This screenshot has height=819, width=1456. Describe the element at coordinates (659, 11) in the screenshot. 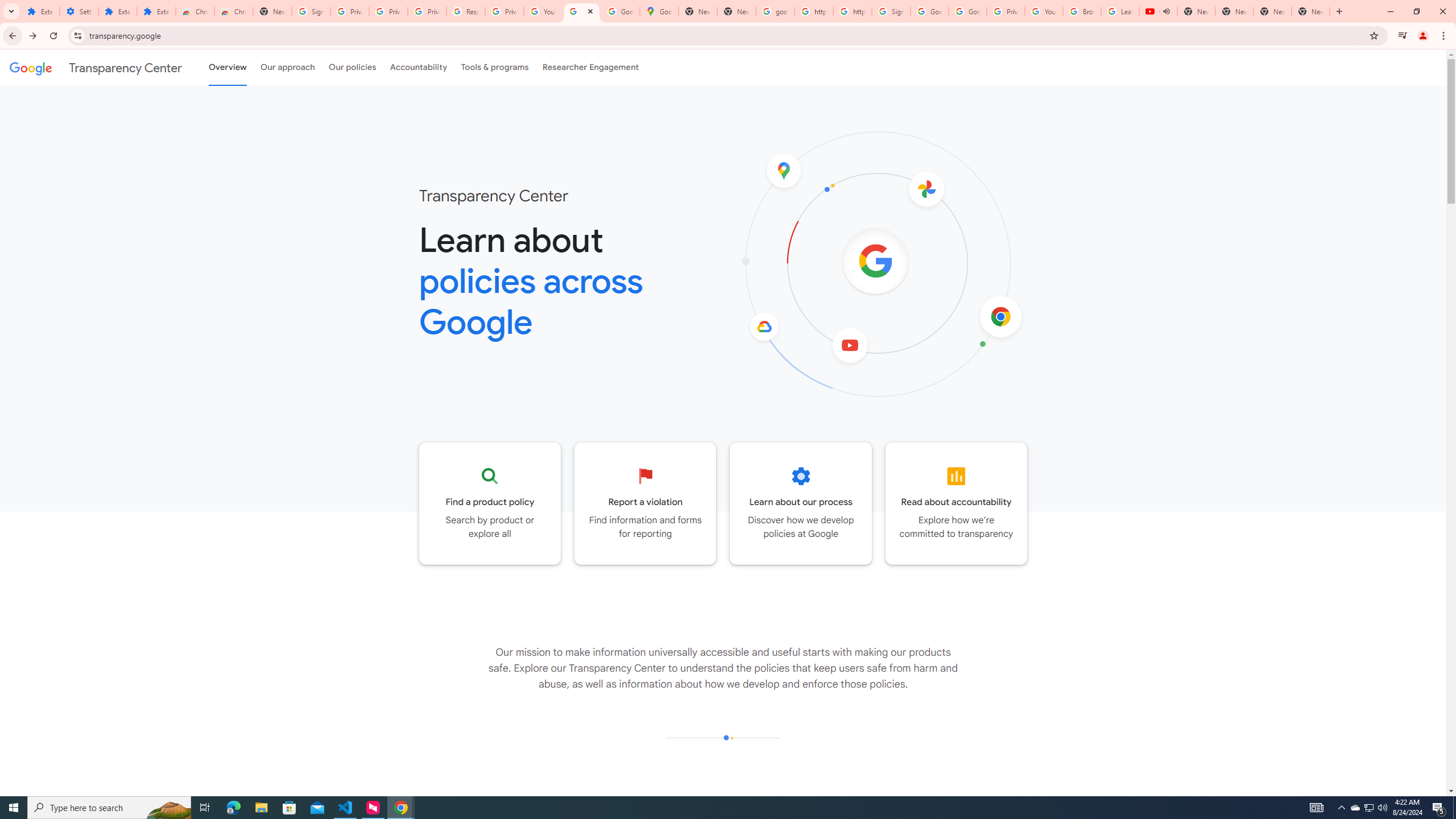

I see `'Google Maps'` at that location.